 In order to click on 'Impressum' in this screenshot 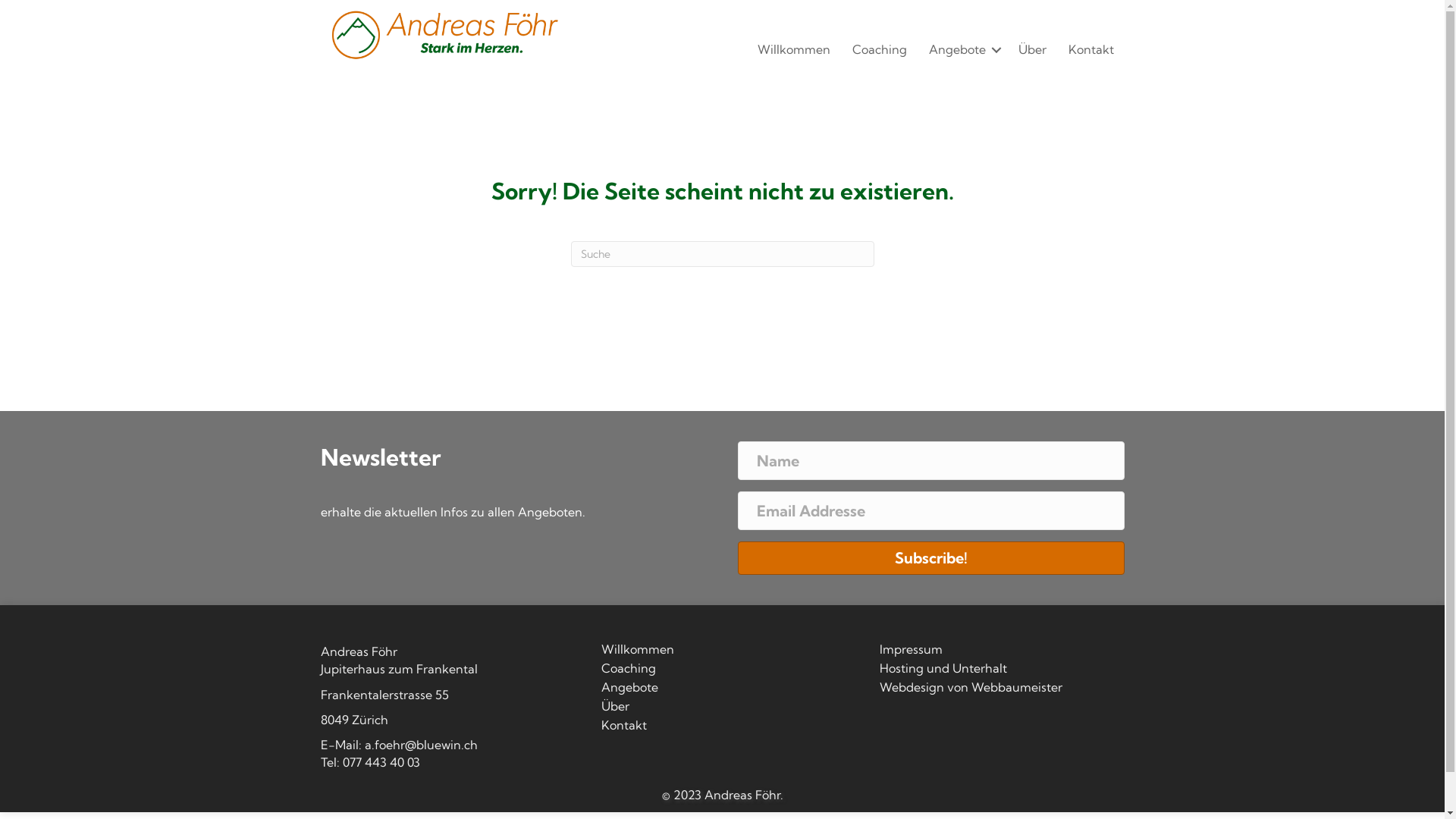, I will do `click(877, 651)`.